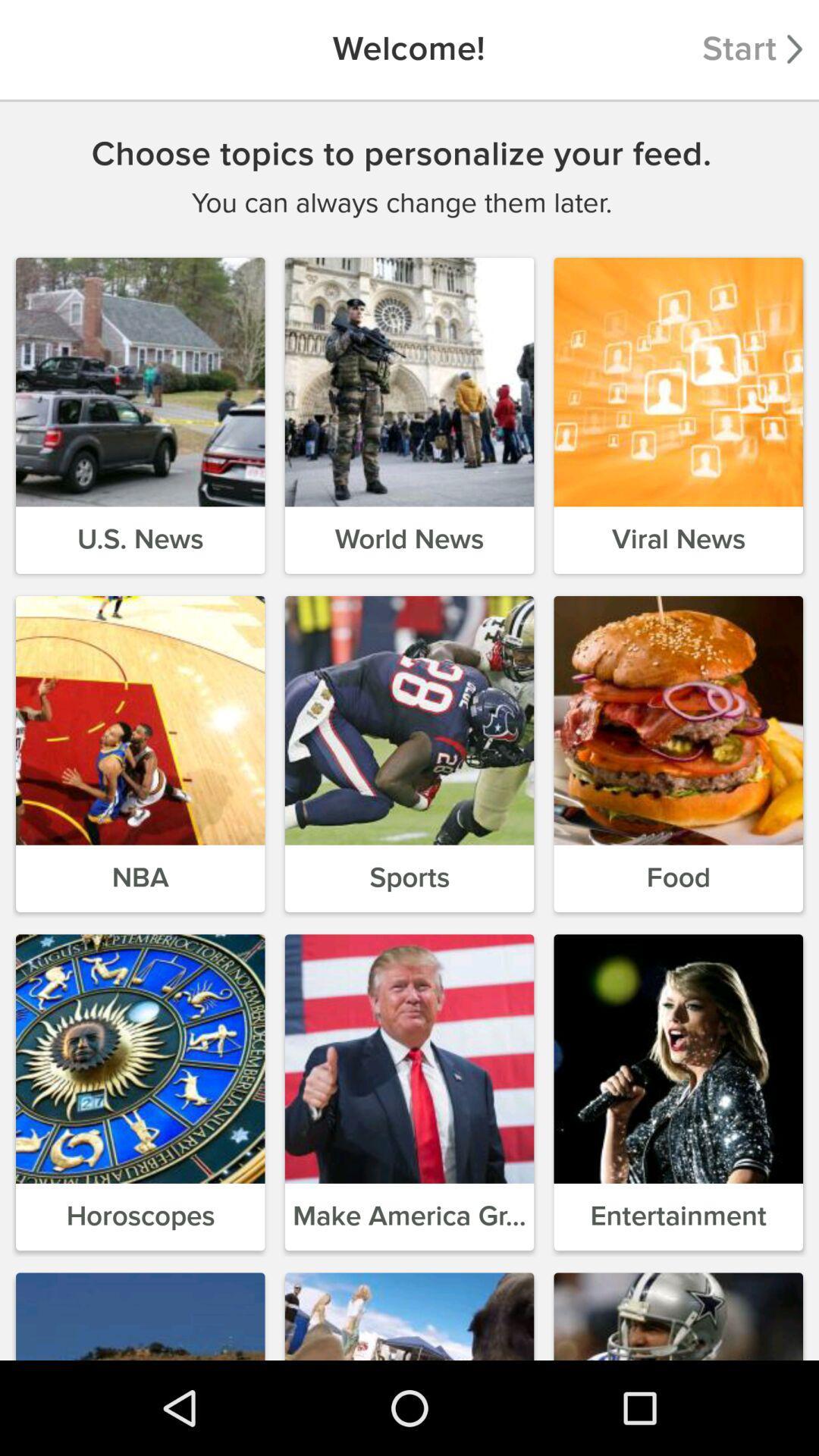  Describe the element at coordinates (409, 1058) in the screenshot. I see `the eight image` at that location.